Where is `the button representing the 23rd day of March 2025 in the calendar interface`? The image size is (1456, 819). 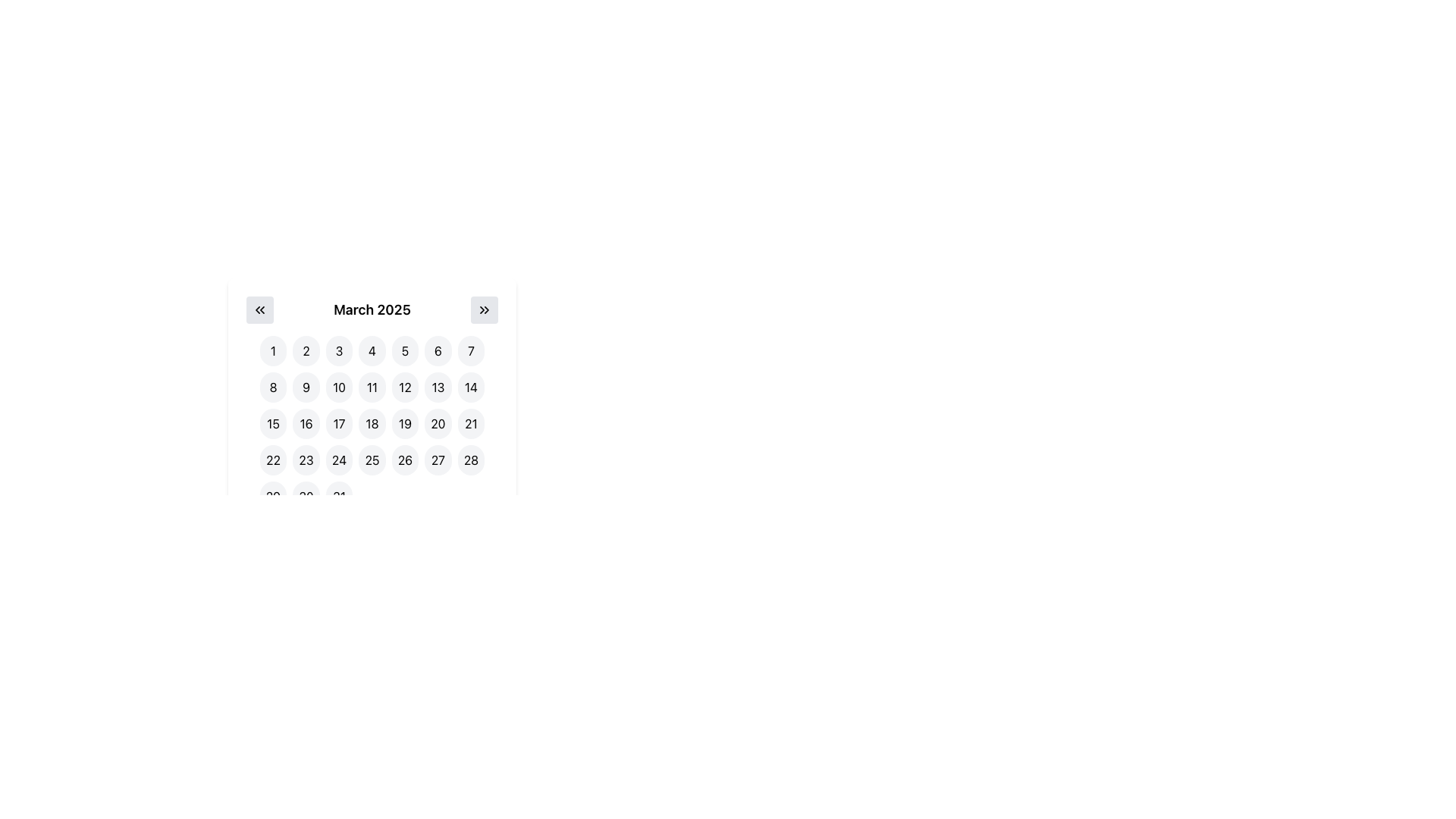
the button representing the 23rd day of March 2025 in the calendar interface is located at coordinates (305, 459).